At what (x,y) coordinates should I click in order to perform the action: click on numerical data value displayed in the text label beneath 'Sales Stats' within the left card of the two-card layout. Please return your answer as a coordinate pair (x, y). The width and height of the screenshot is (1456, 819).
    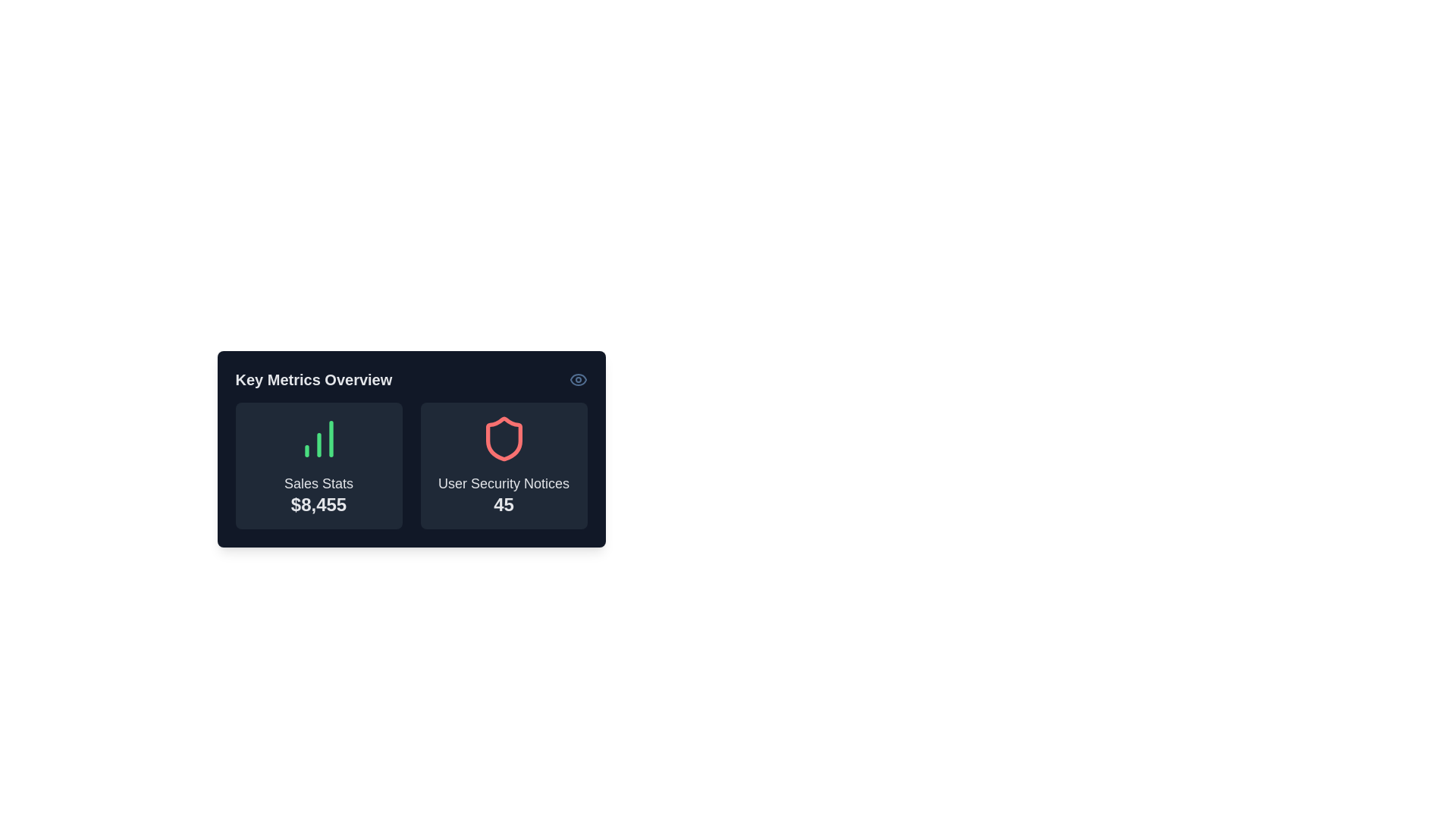
    Looking at the image, I should click on (318, 504).